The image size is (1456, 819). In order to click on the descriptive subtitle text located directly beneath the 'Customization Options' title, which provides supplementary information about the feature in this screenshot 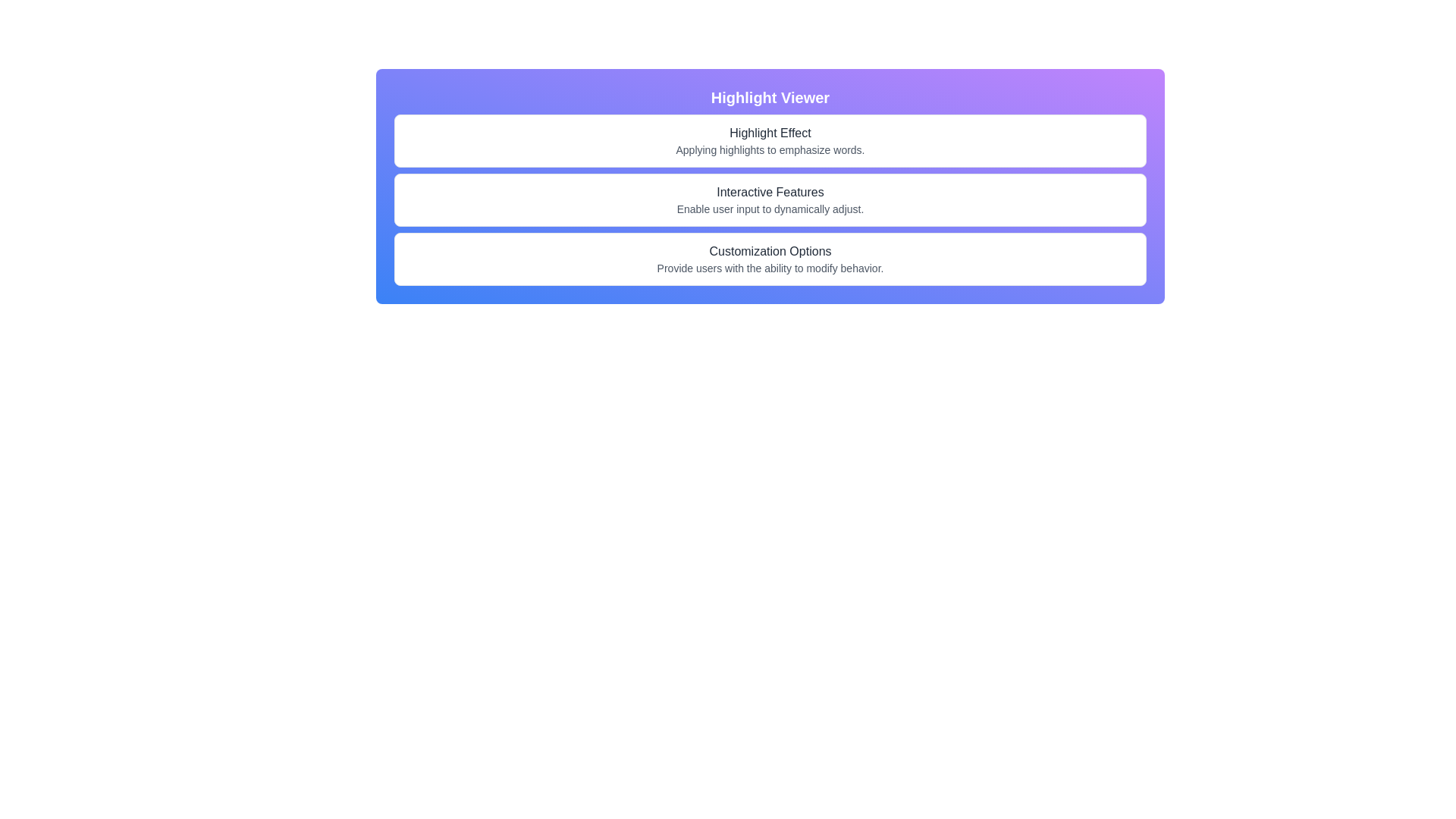, I will do `click(770, 268)`.